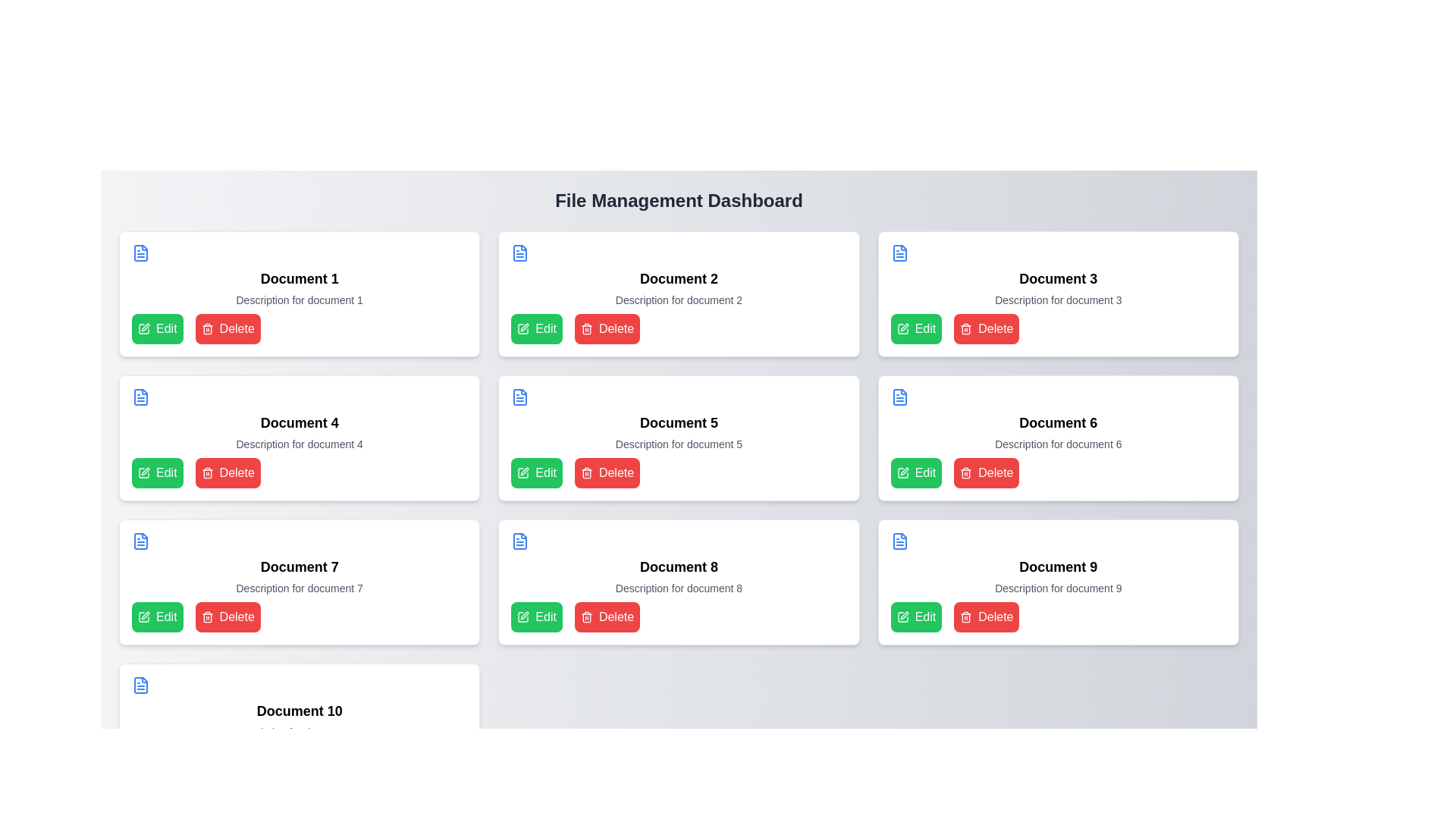 This screenshot has width=1456, height=819. Describe the element at coordinates (915, 617) in the screenshot. I see `the left button under the document-specific information panel for 'Document 9'` at that location.